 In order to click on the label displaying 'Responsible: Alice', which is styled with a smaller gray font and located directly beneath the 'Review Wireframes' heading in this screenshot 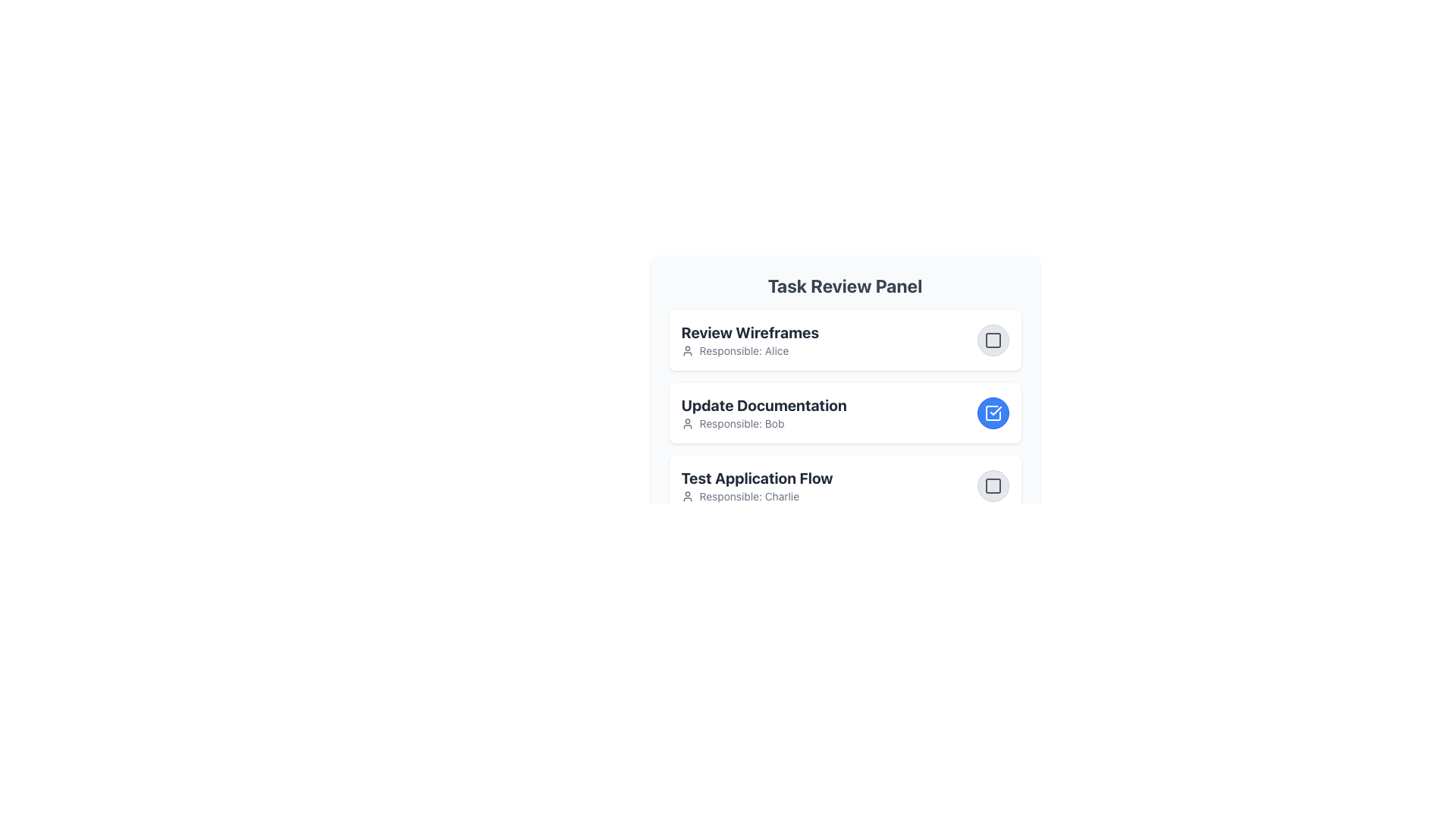, I will do `click(750, 350)`.